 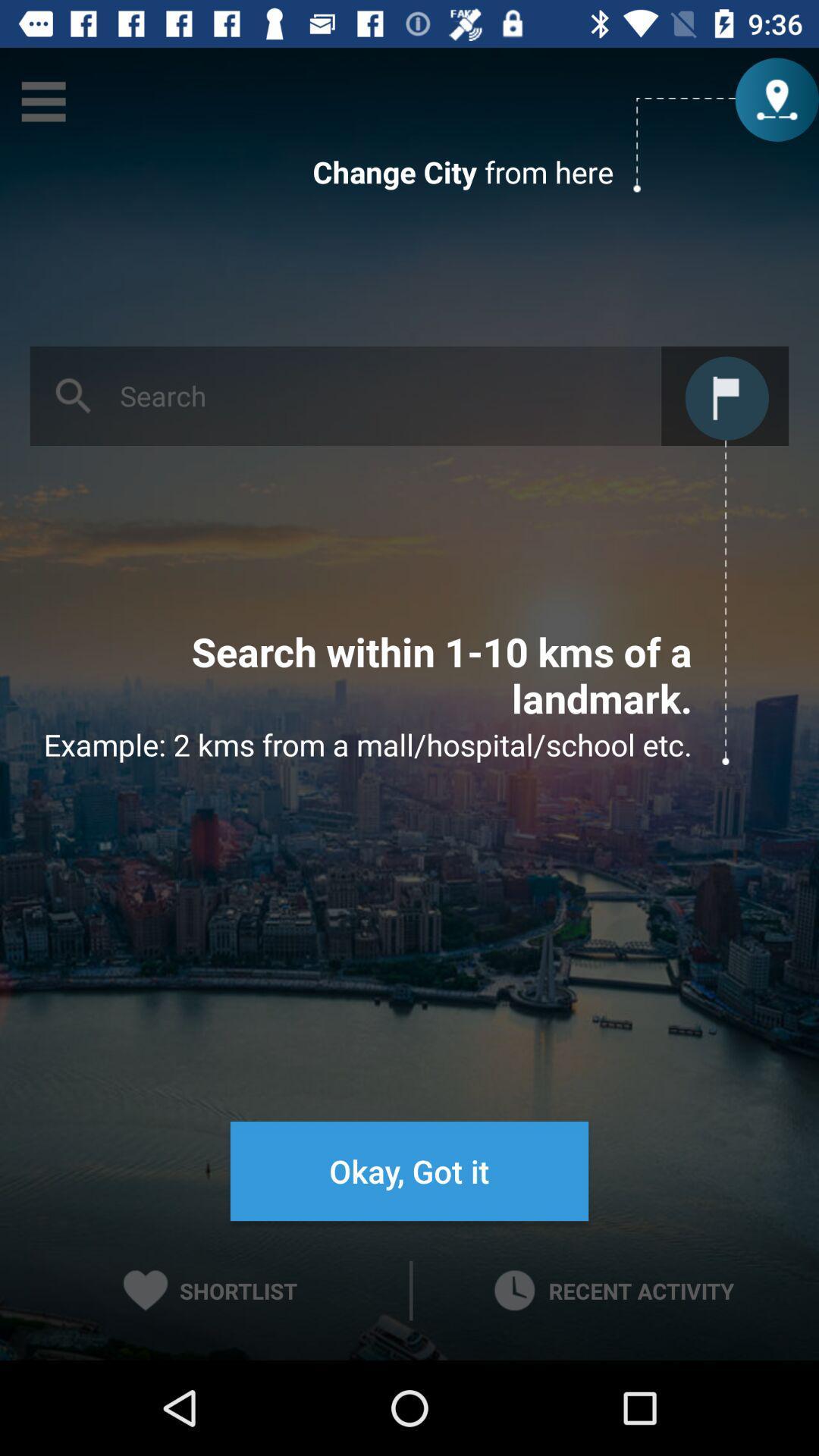 I want to click on the book icon, so click(x=724, y=396).